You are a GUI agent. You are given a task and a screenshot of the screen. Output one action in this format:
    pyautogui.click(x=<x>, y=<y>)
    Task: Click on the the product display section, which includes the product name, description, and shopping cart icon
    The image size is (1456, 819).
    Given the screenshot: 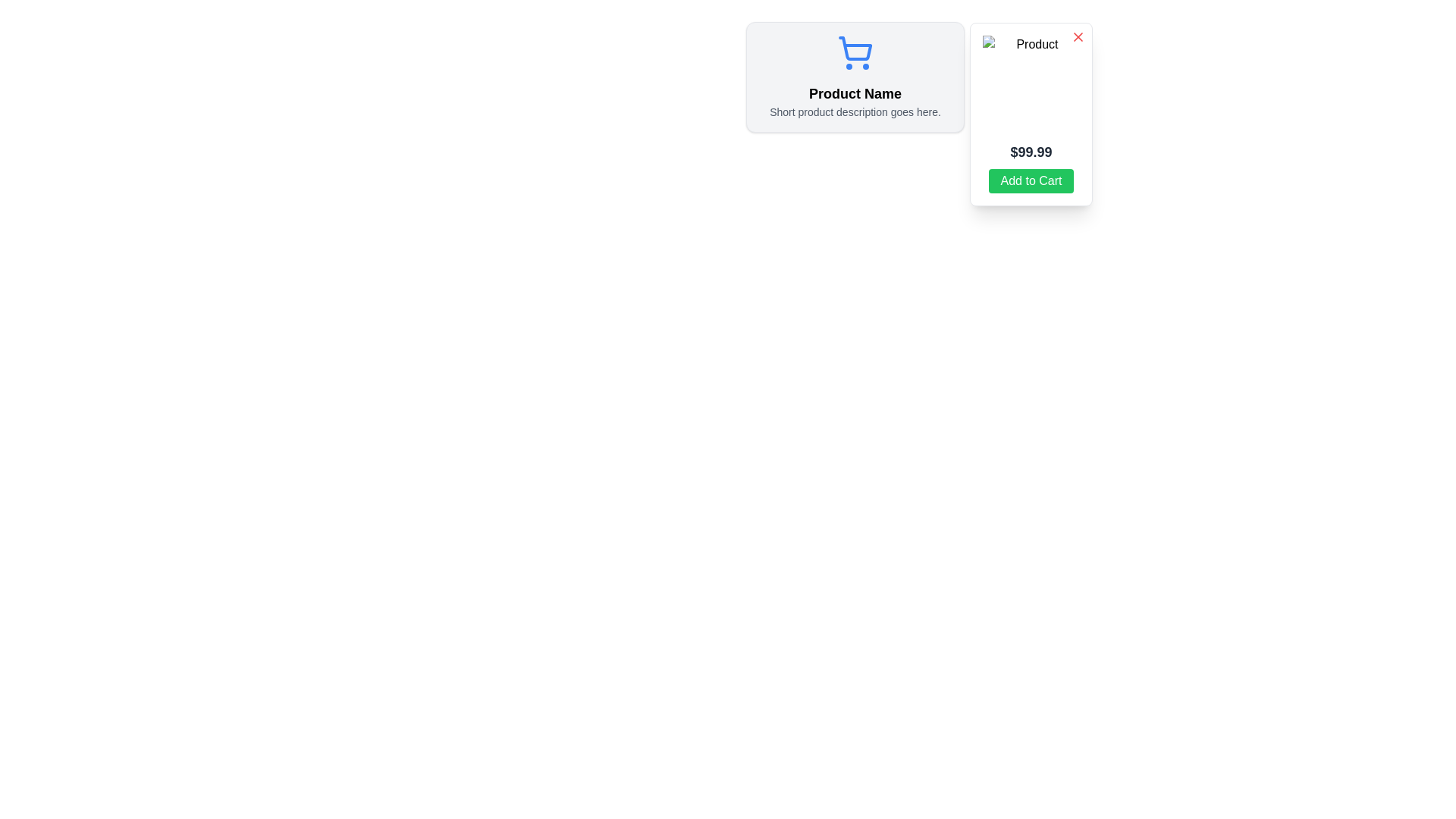 What is the action you would take?
    pyautogui.click(x=855, y=77)
    